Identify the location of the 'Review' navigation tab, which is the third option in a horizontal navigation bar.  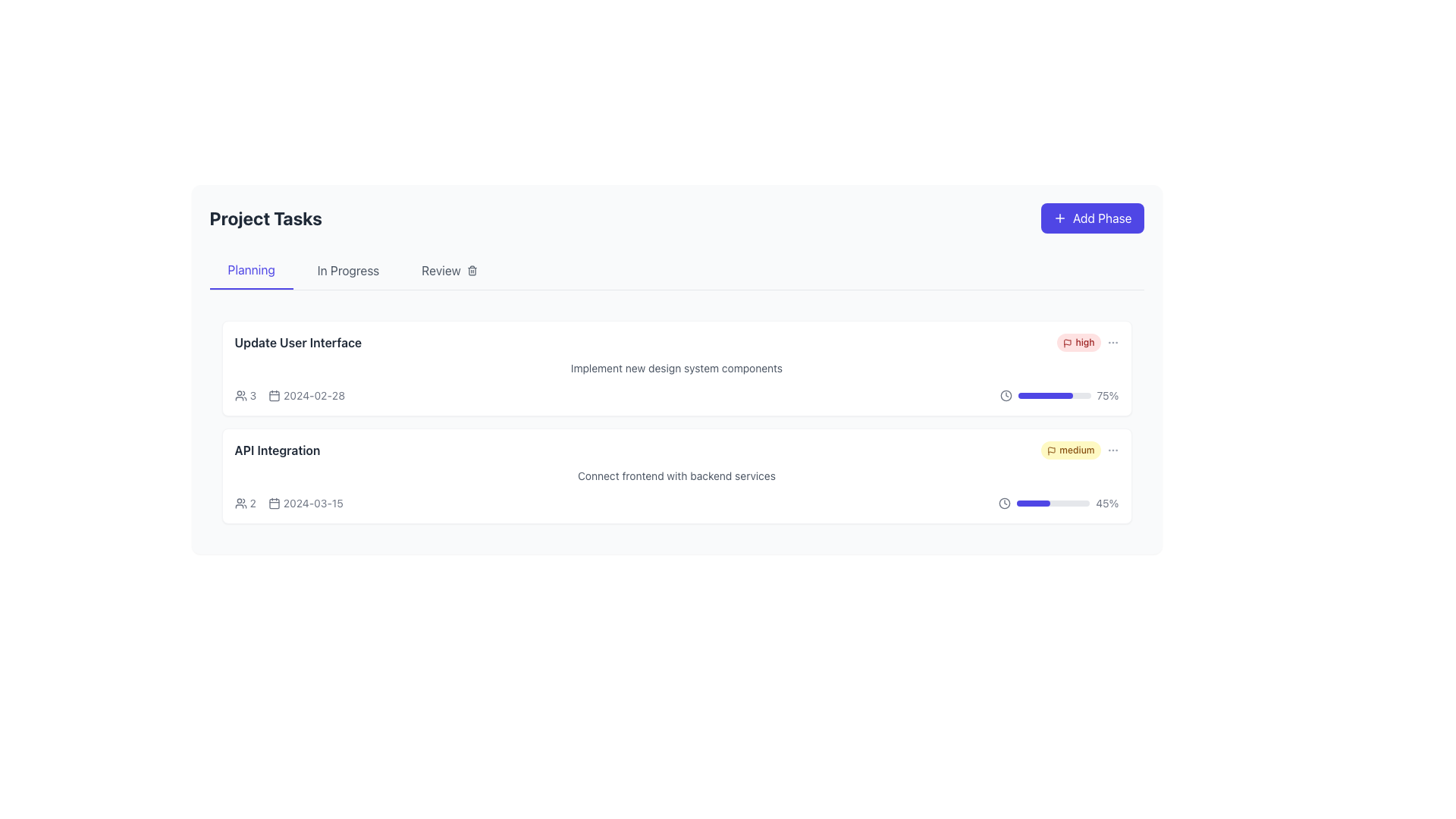
(448, 270).